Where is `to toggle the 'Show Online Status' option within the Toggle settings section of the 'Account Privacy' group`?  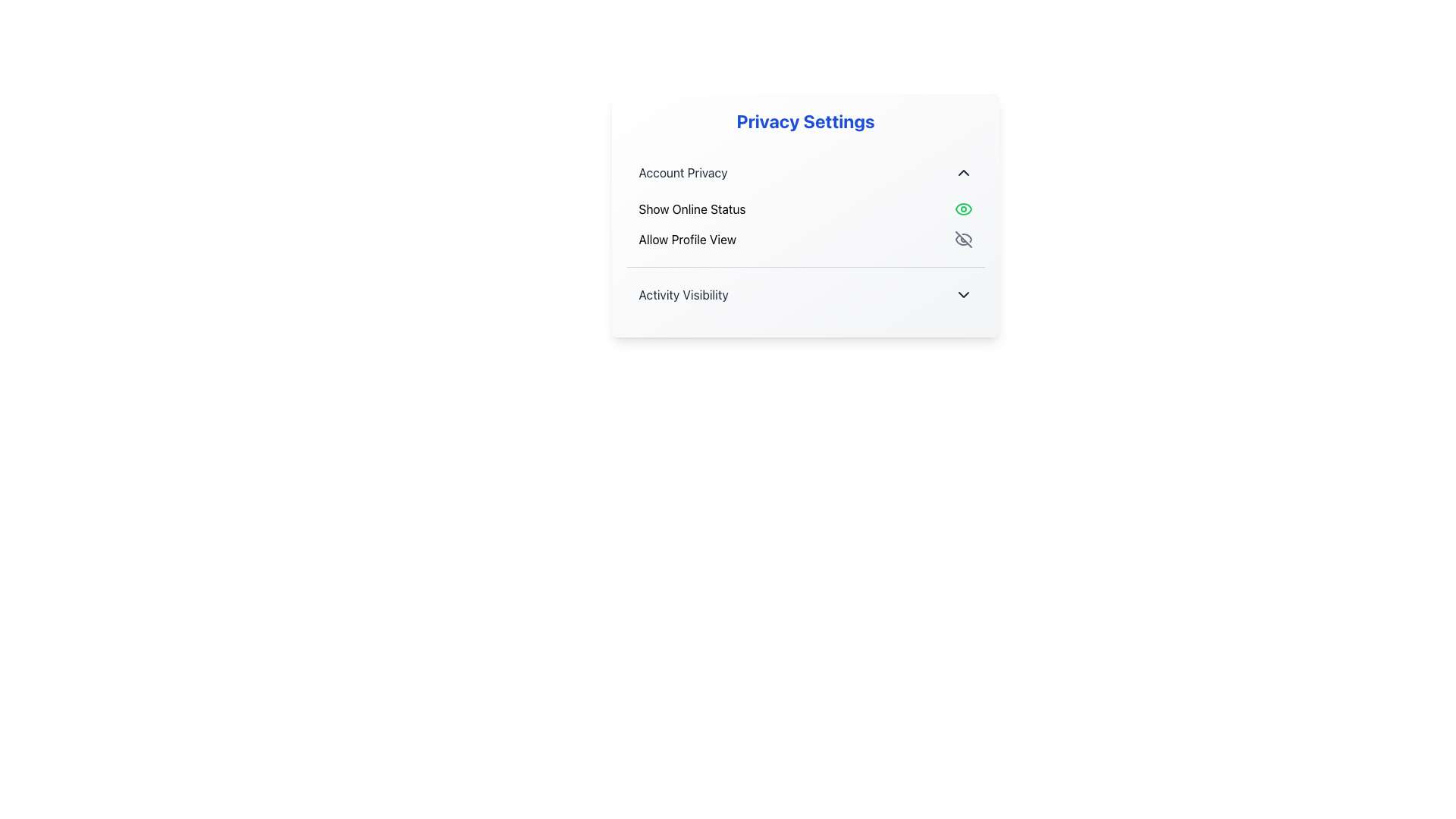
to toggle the 'Show Online Status' option within the Toggle settings section of the 'Account Privacy' group is located at coordinates (805, 206).